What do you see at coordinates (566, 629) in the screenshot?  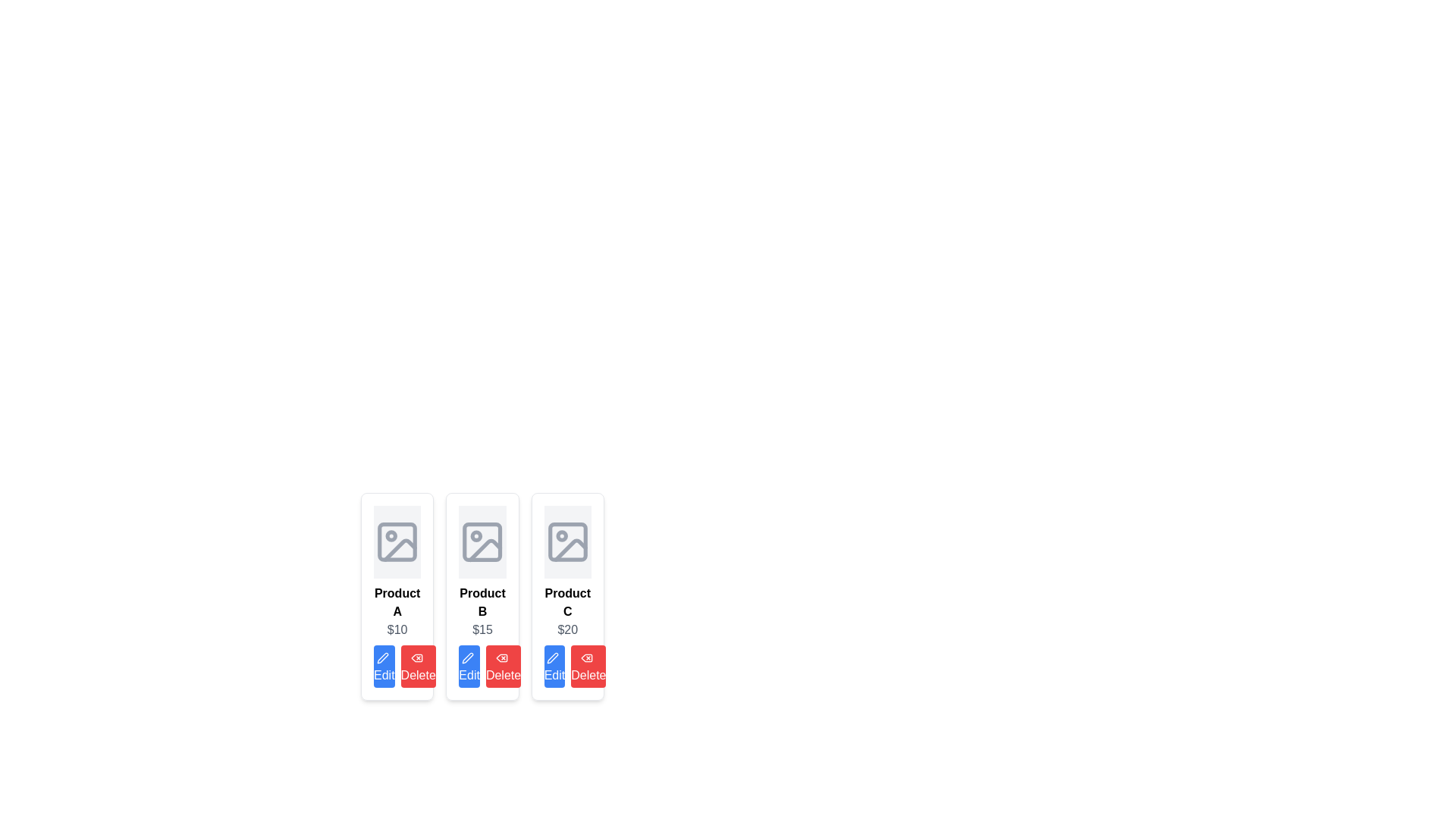 I see `the price text label of 'Product C', which is located under the product title in the third product card` at bounding box center [566, 629].